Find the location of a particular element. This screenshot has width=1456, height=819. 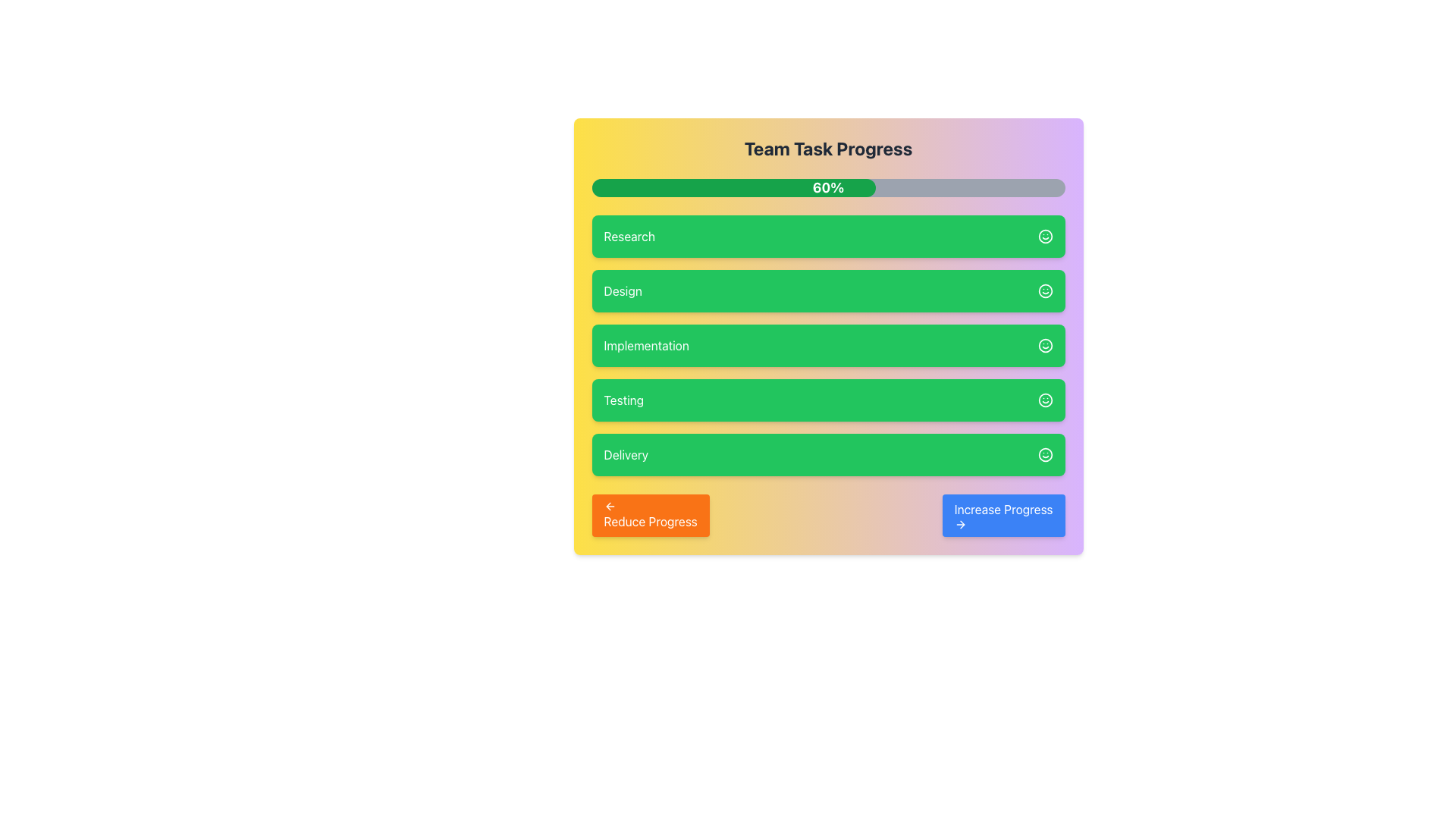

the fifth green button in a vertical list, which represents the 'Delivery' phase in a workflow is located at coordinates (827, 454).